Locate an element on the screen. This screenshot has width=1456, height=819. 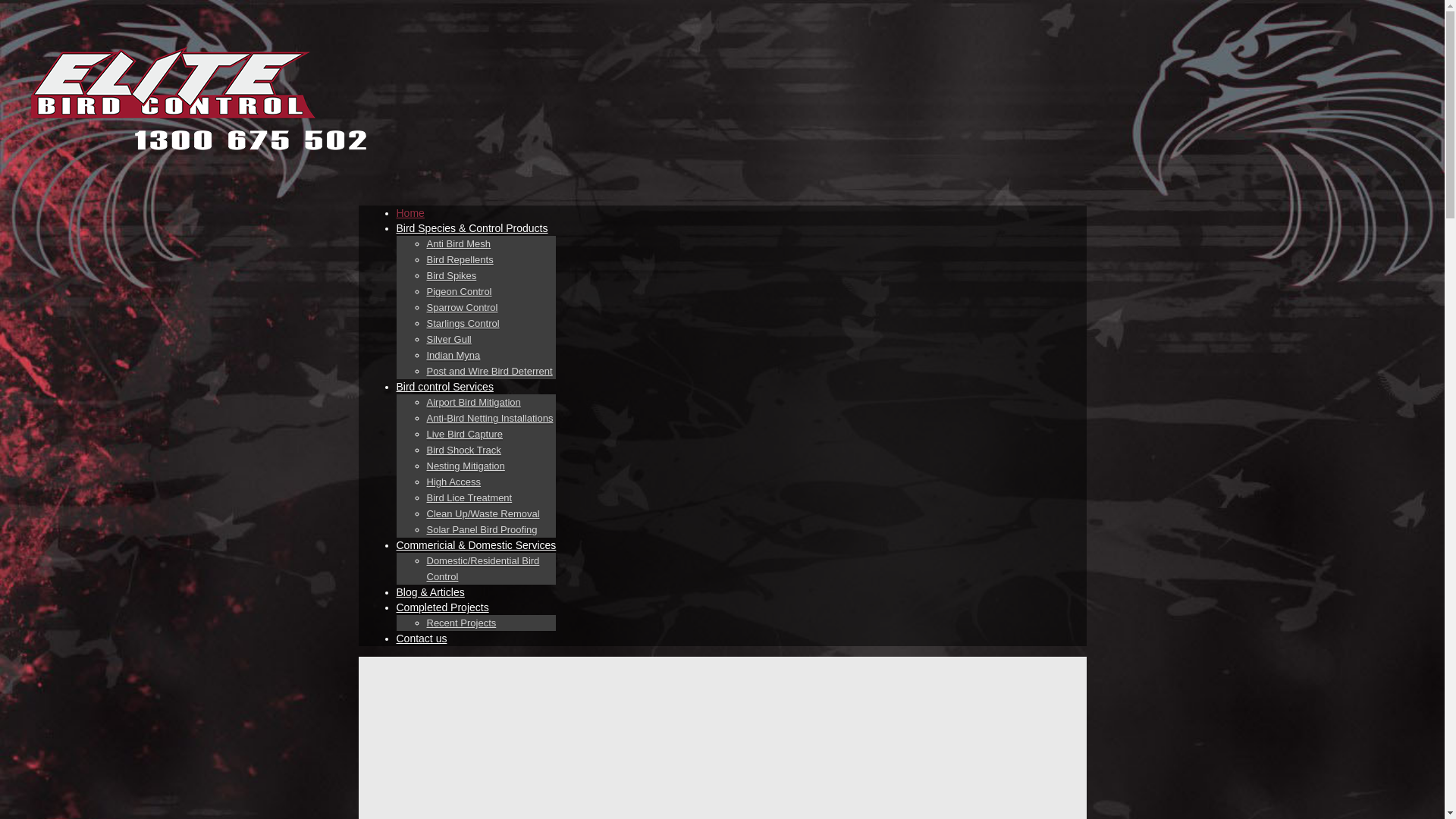
'Sparrow Control' is located at coordinates (425, 307).